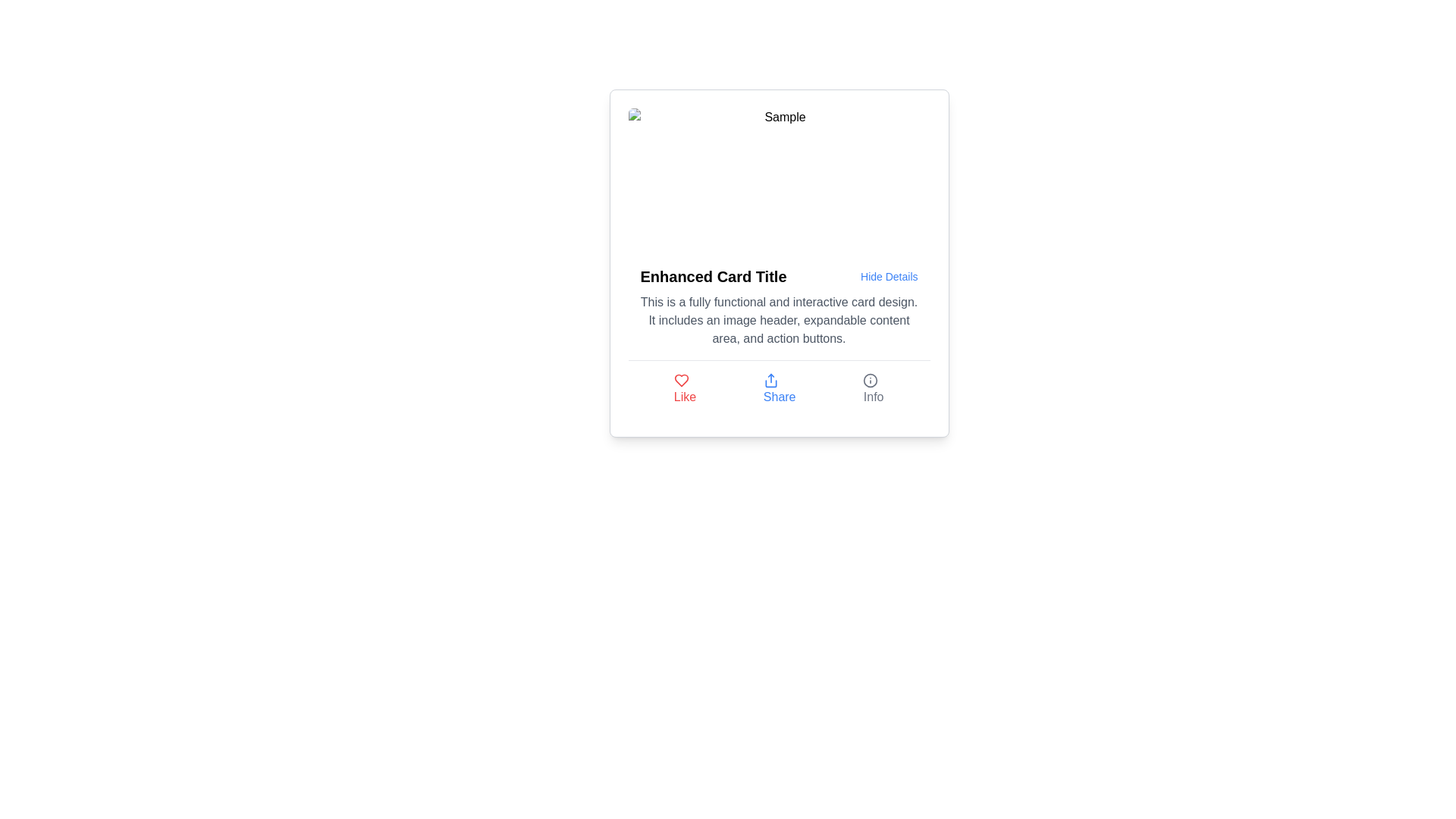  I want to click on the 'like' icon located at the bottom left of the card component, which serves as a visual indicator for a 'like' action, so click(680, 379).